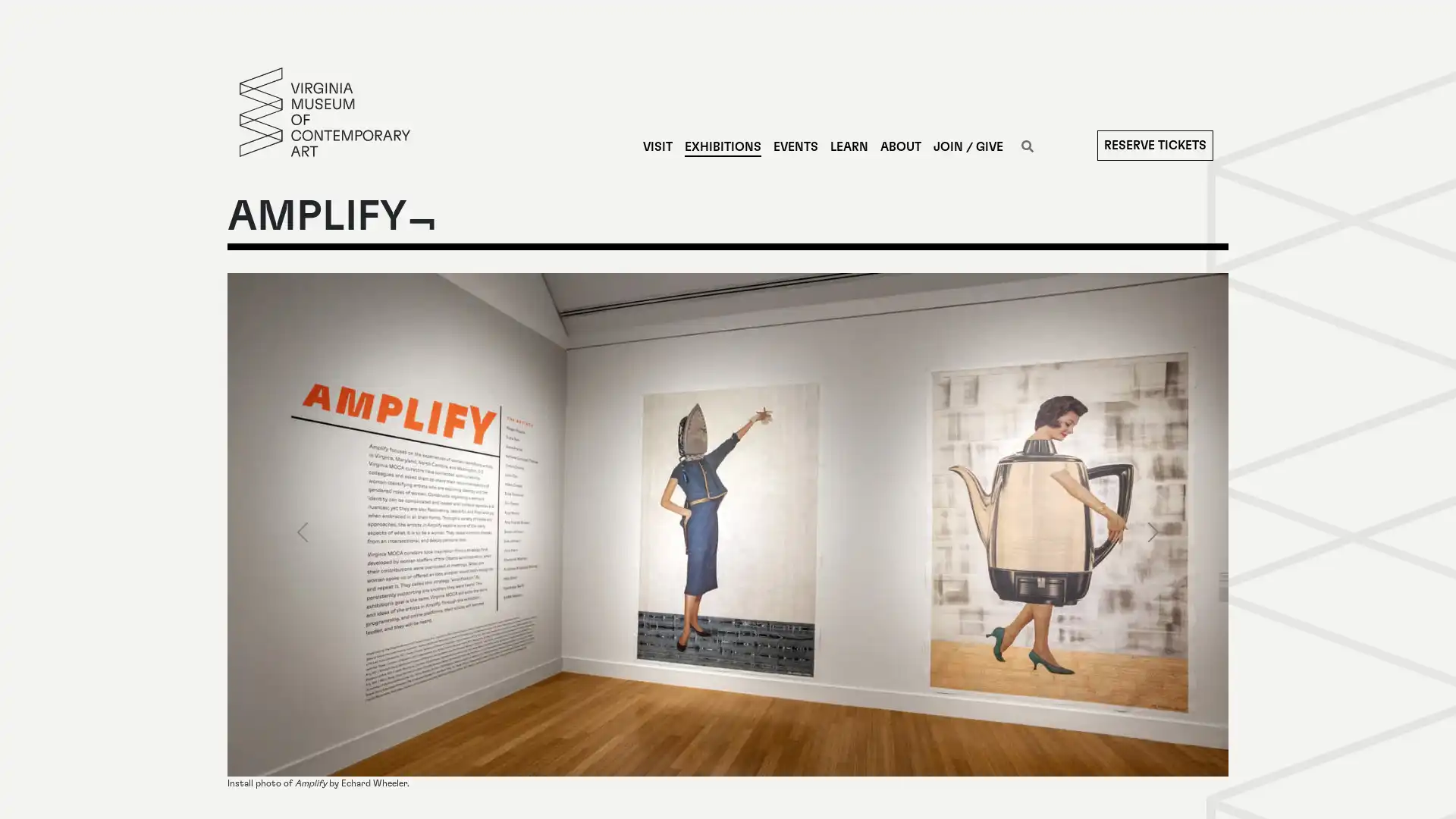  What do you see at coordinates (847, 146) in the screenshot?
I see `LEARN` at bounding box center [847, 146].